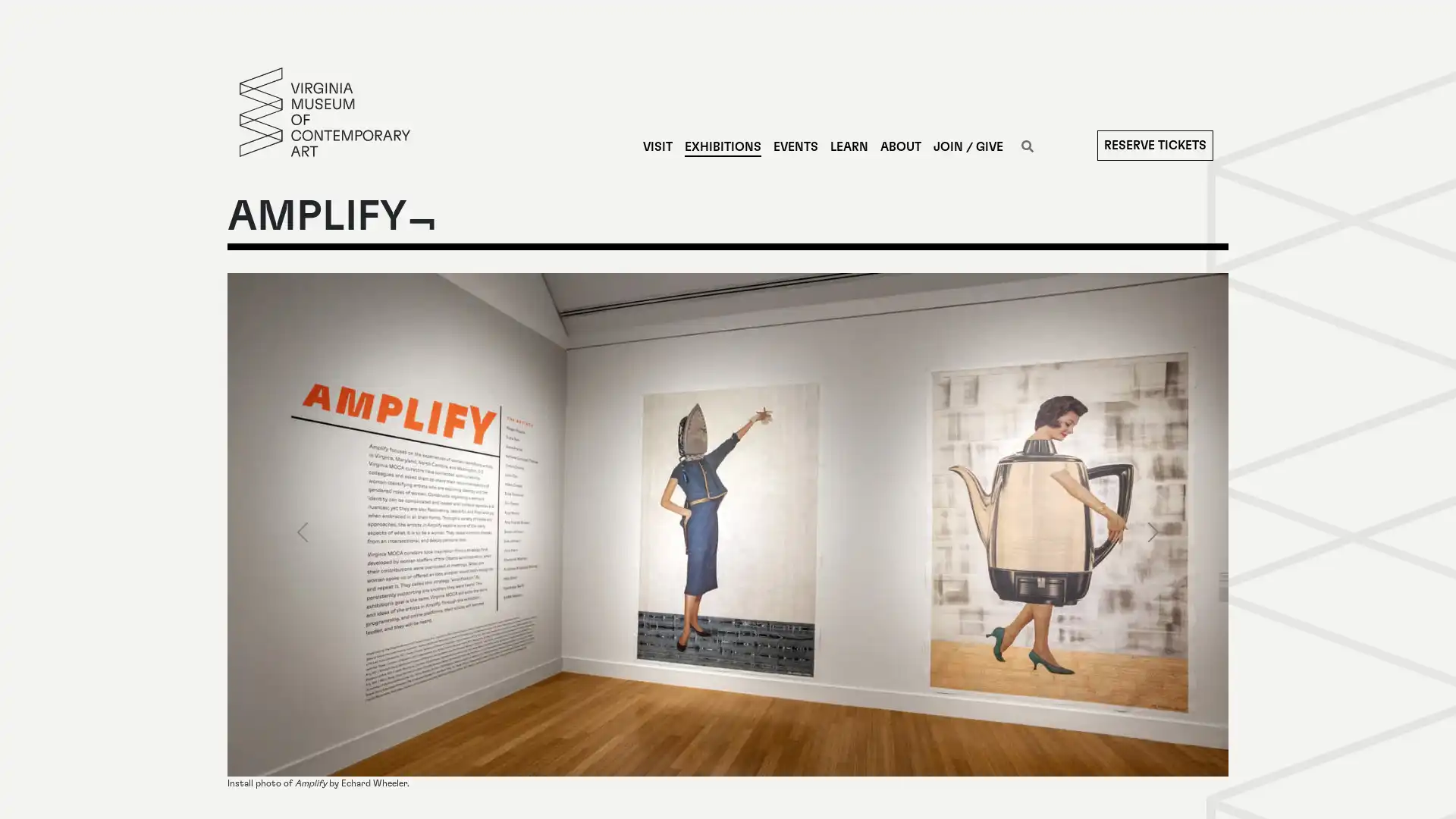  What do you see at coordinates (847, 146) in the screenshot?
I see `LEARN` at bounding box center [847, 146].